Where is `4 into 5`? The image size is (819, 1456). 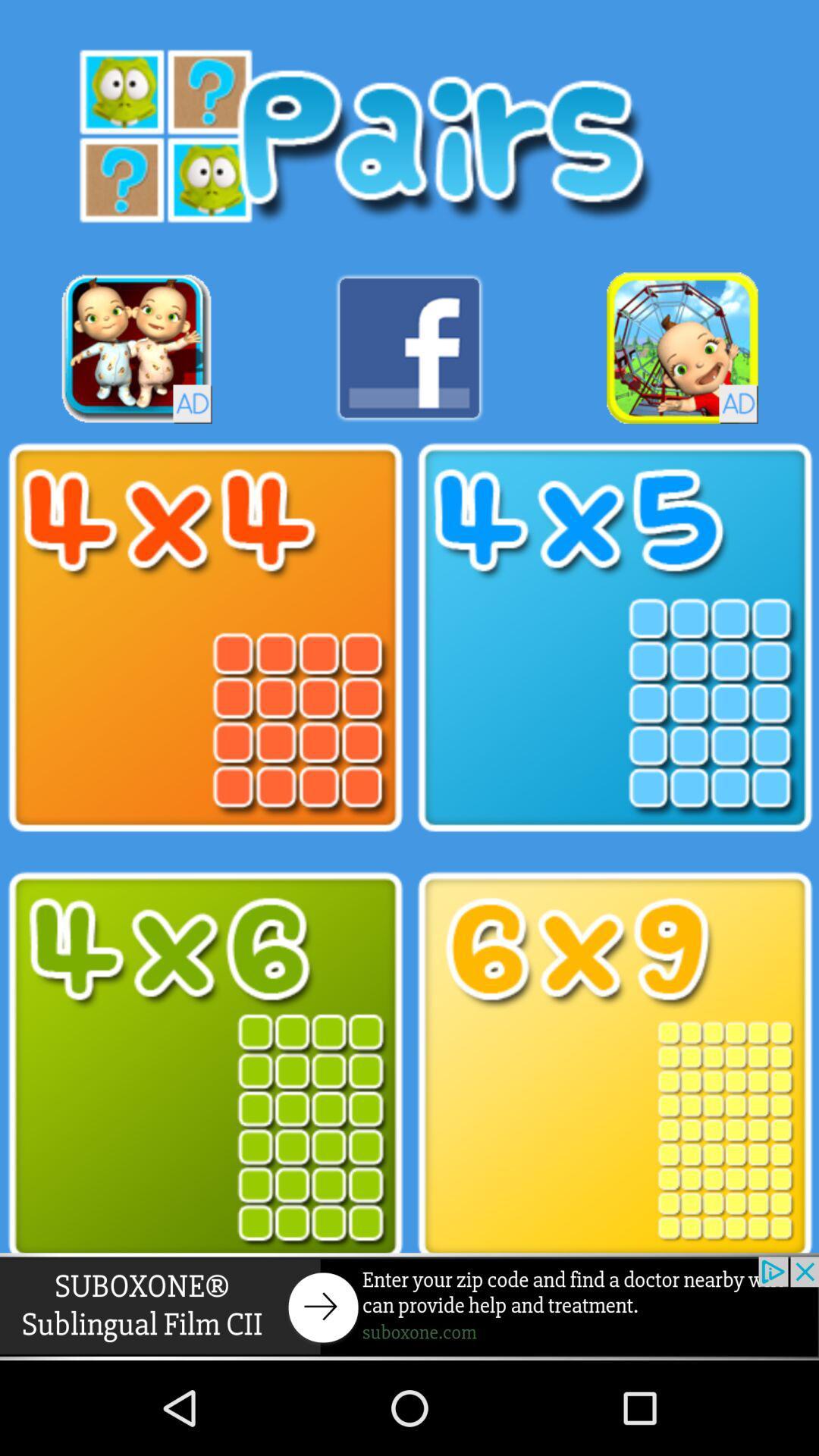 4 into 5 is located at coordinates (614, 638).